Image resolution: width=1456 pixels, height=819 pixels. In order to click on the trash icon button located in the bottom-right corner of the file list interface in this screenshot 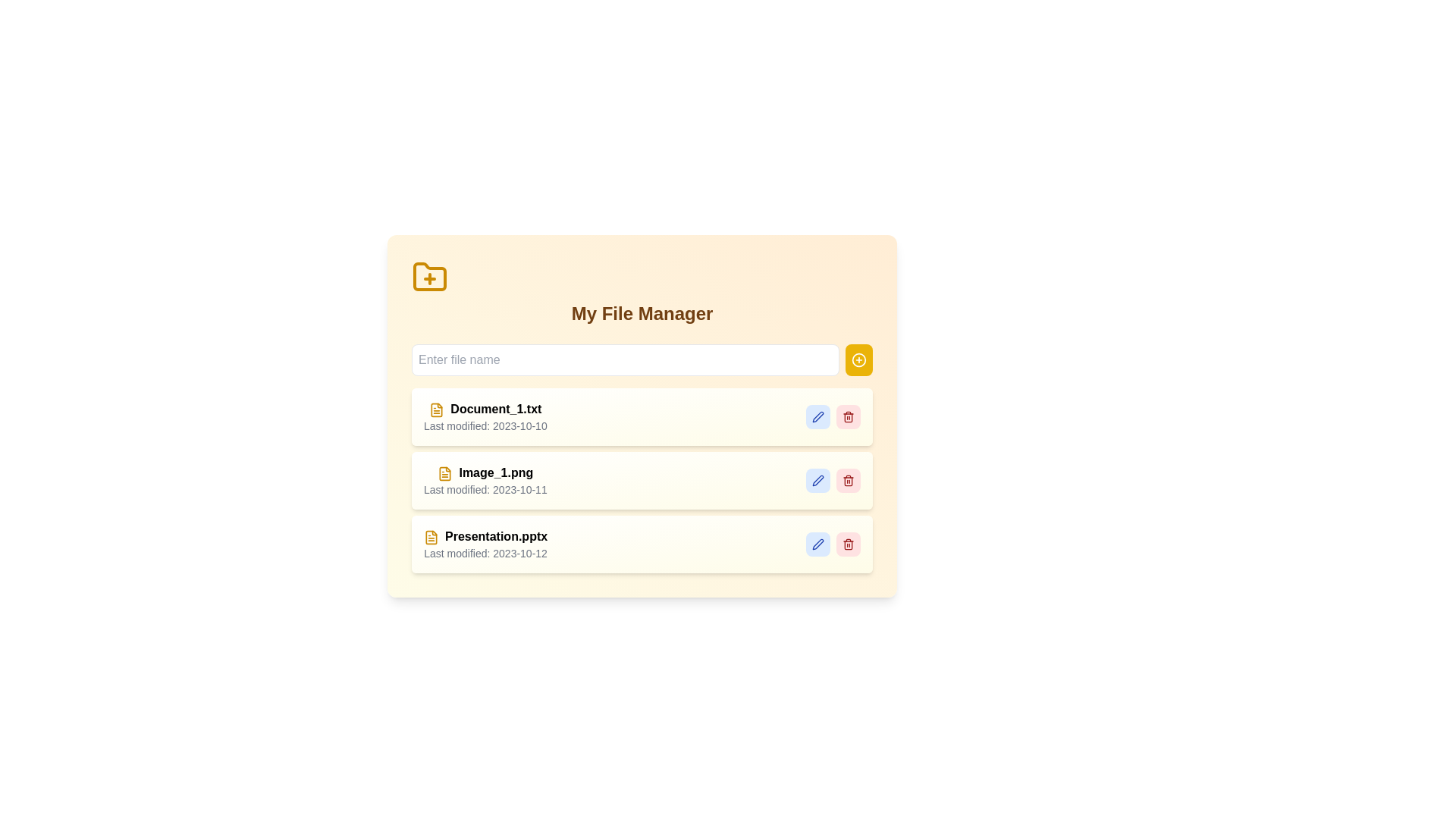, I will do `click(847, 543)`.